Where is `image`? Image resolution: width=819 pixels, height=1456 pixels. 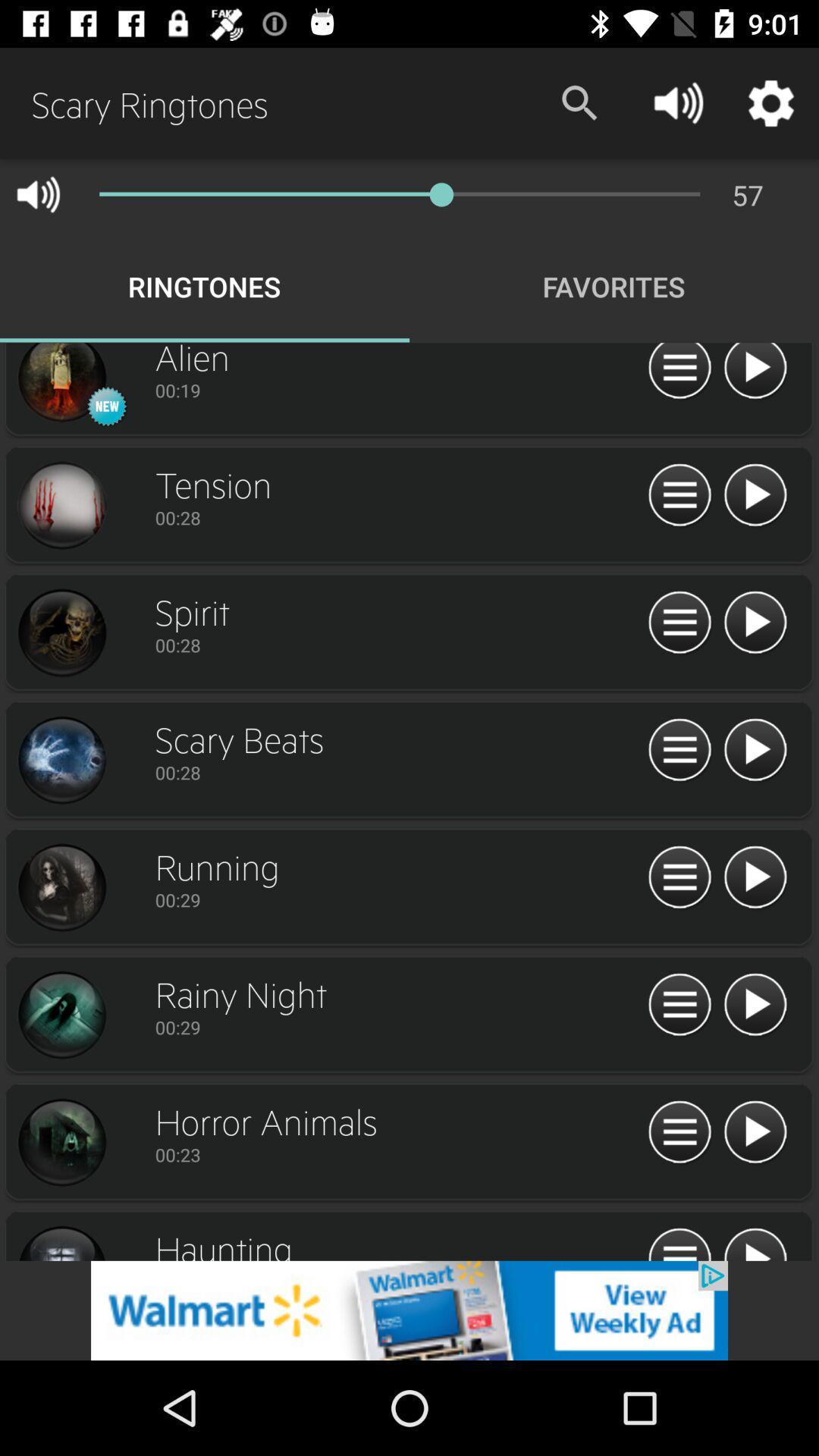
image is located at coordinates (61, 1015).